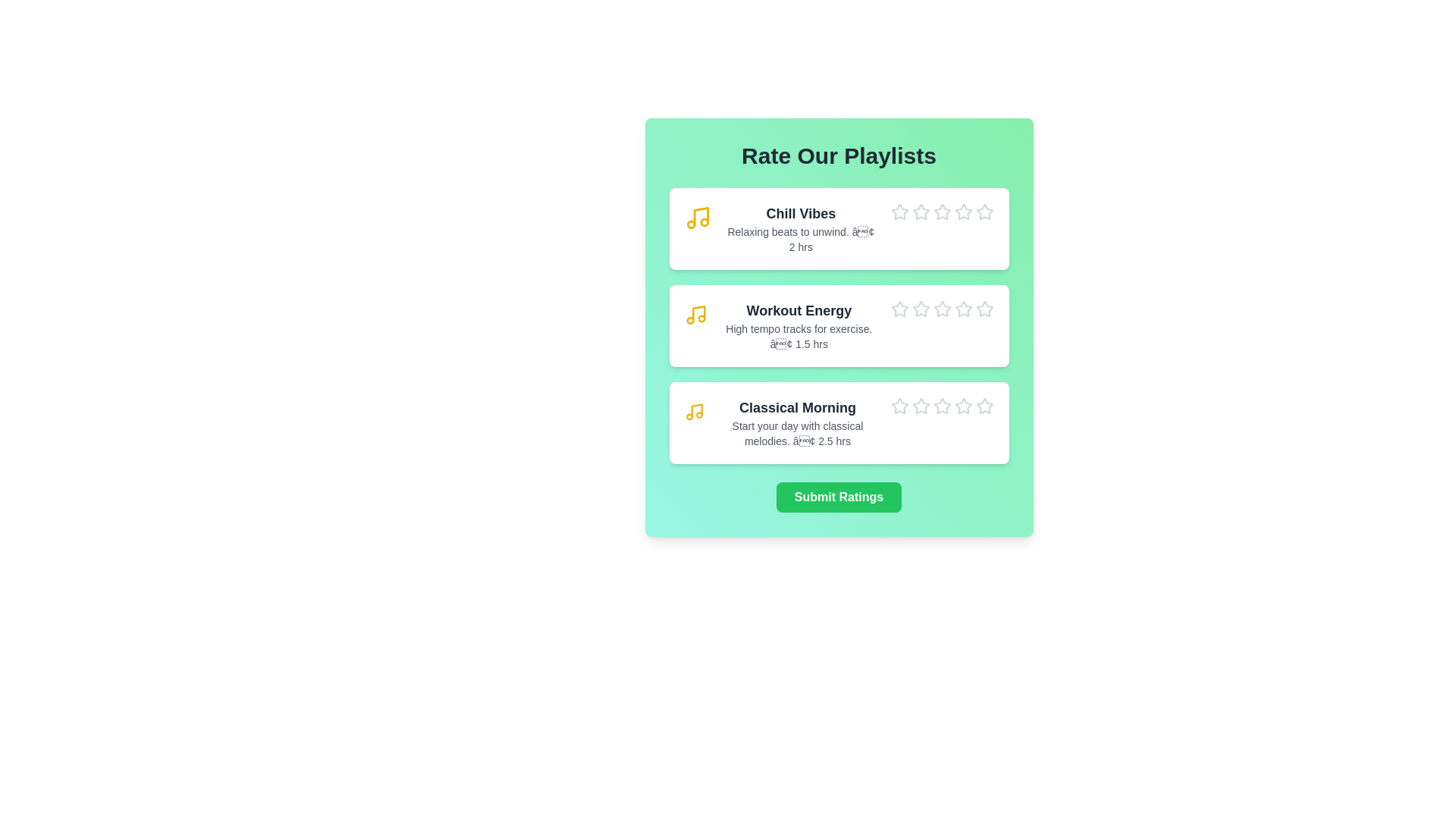 This screenshot has width=1456, height=819. I want to click on the star icon corresponding to 1 stars for the playlist Classical Morning, so click(890, 397).